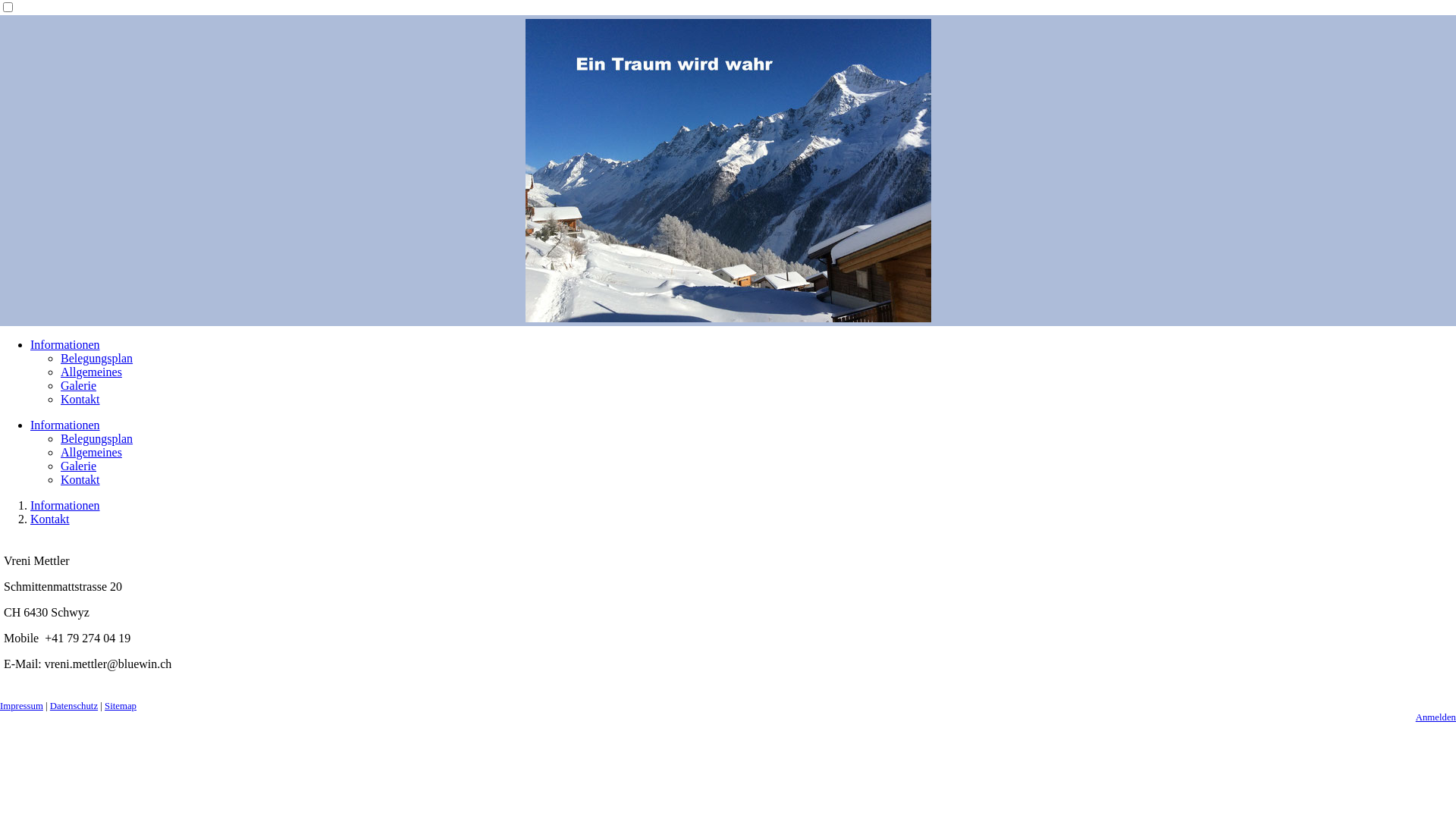  What do you see at coordinates (90, 372) in the screenshot?
I see `'Allgemeines'` at bounding box center [90, 372].